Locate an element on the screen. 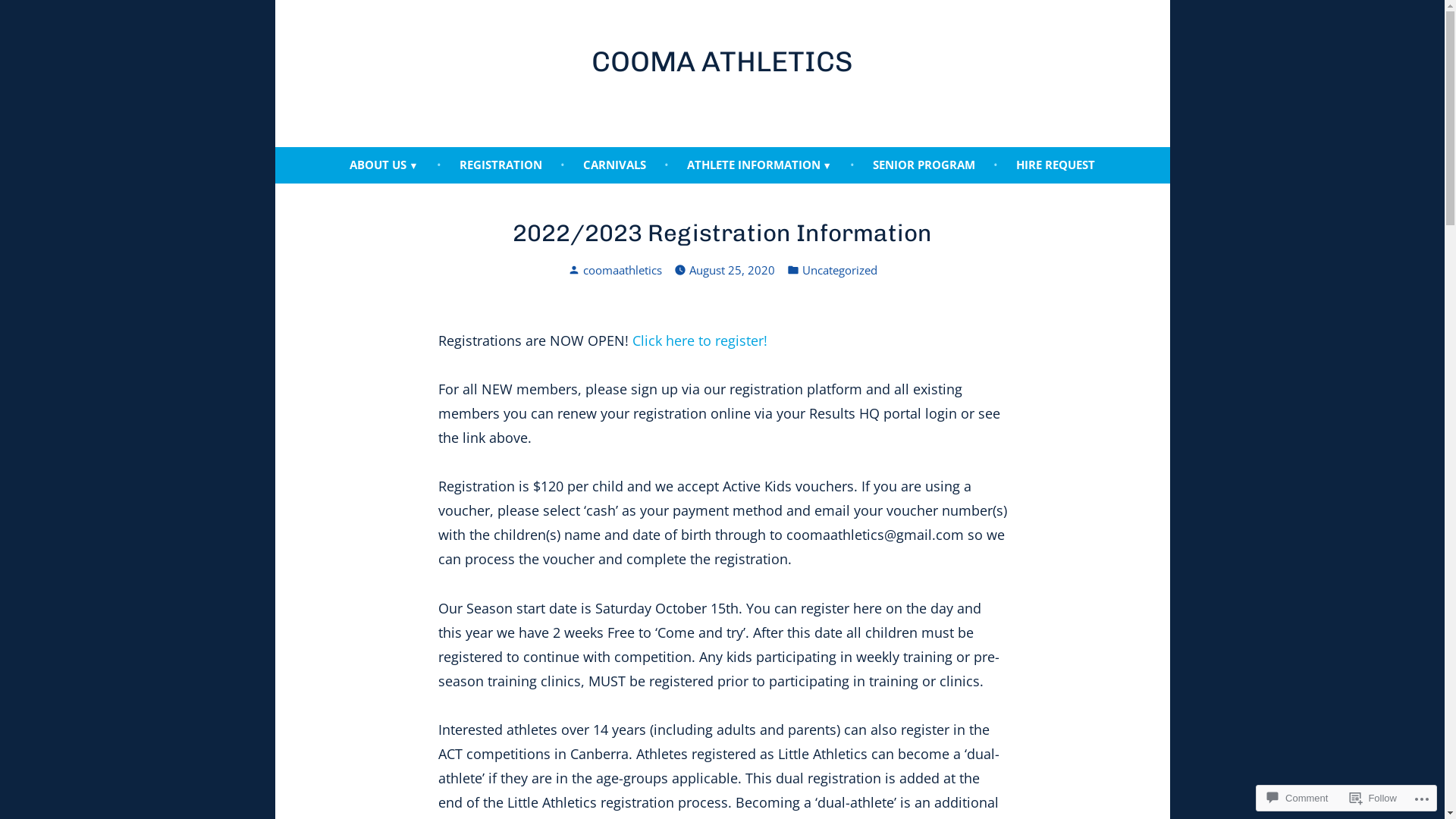  'REGISTRATION' is located at coordinates (447, 165).